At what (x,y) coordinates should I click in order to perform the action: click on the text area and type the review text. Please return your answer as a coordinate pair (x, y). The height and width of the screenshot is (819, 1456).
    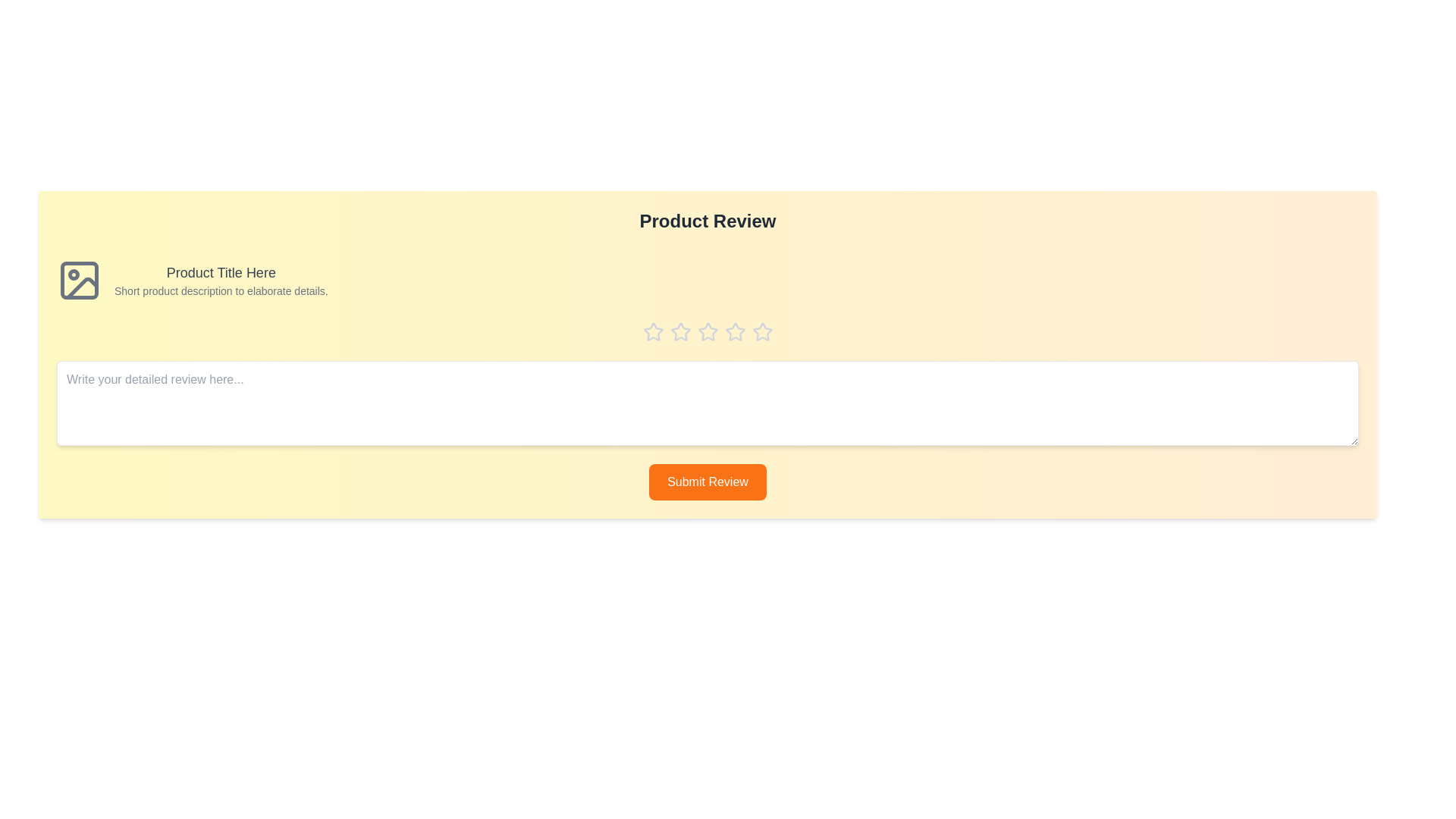
    Looking at the image, I should click on (707, 403).